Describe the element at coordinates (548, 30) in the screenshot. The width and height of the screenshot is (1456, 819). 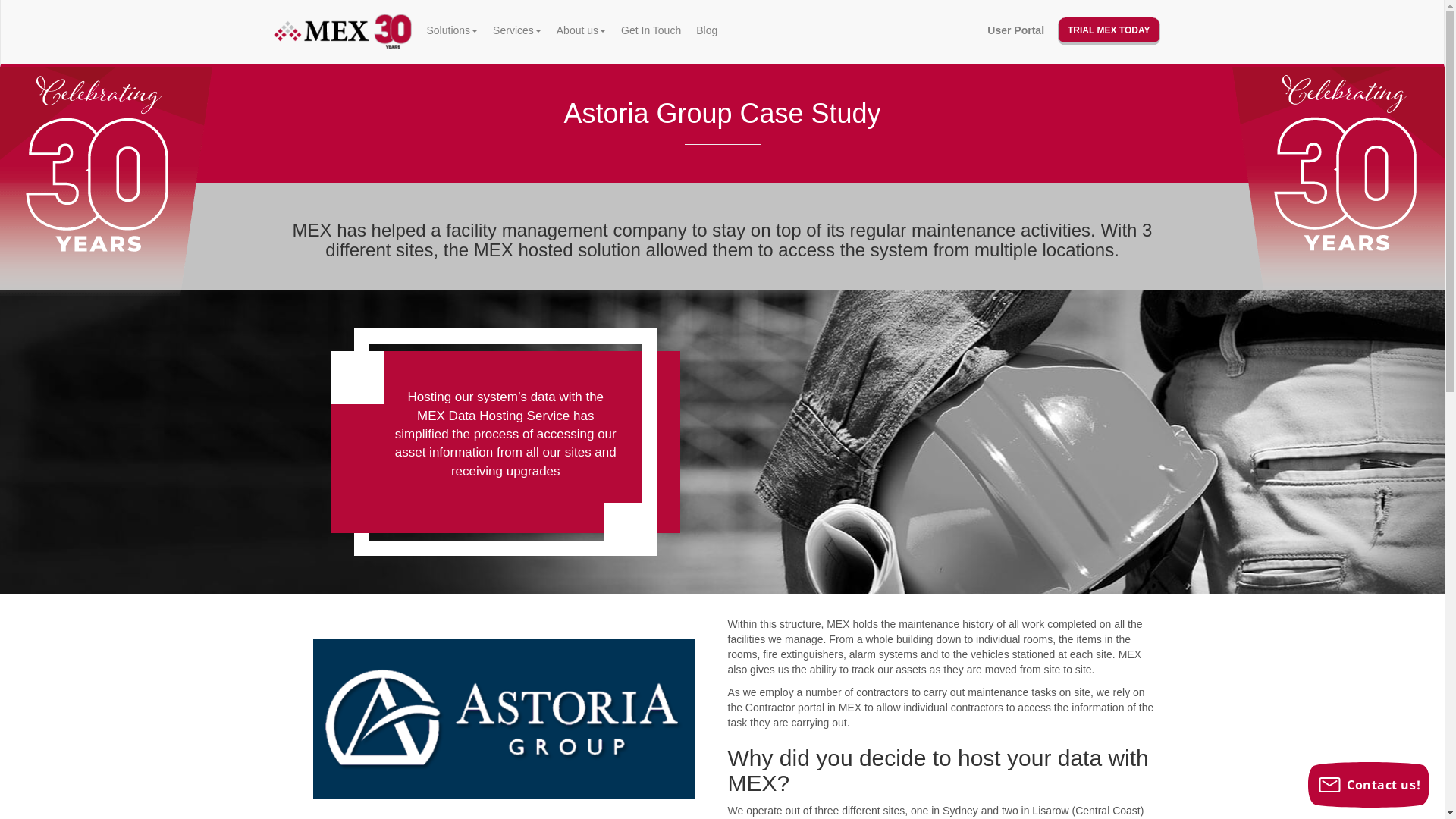
I see `'About us'` at that location.